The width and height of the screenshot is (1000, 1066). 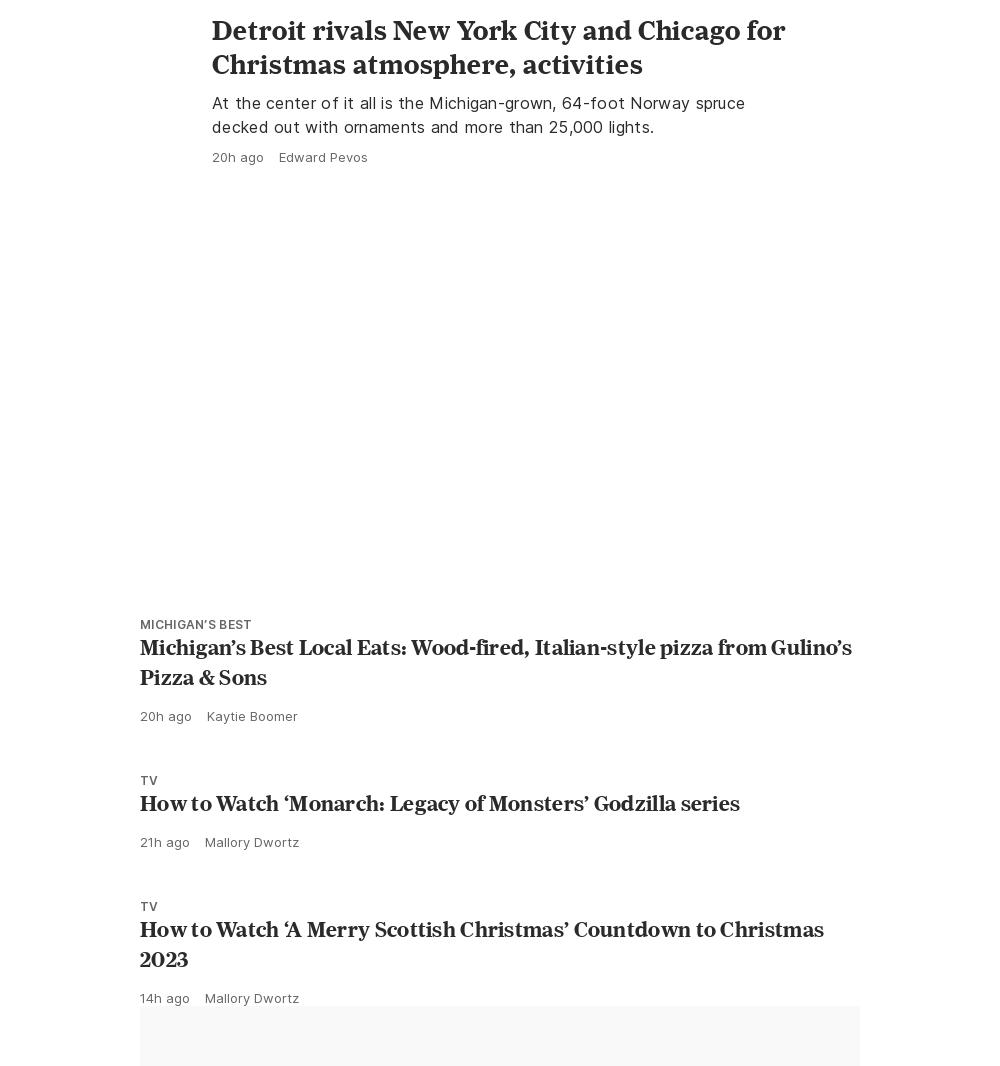 What do you see at coordinates (252, 805) in the screenshot?
I see `'Kaytie Boomer'` at bounding box center [252, 805].